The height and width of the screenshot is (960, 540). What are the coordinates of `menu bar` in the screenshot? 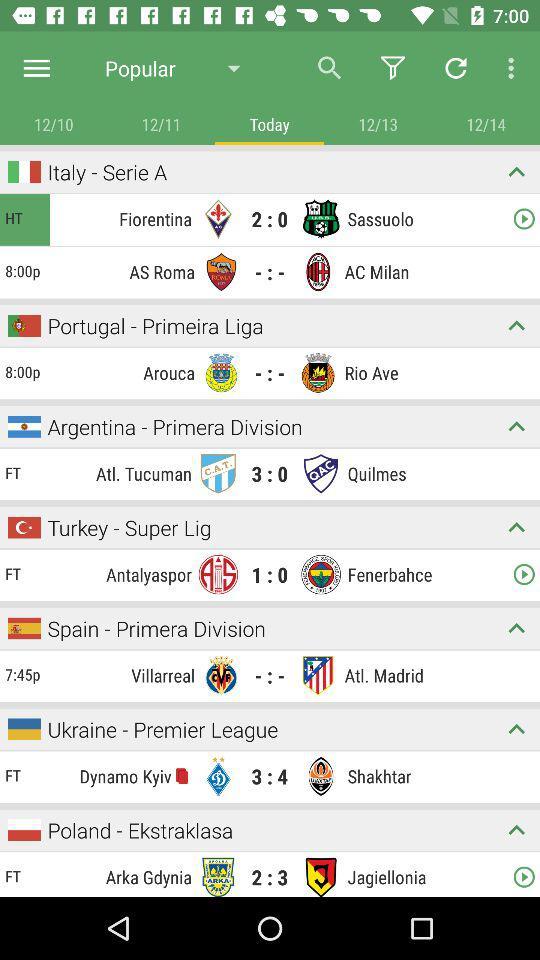 It's located at (36, 68).